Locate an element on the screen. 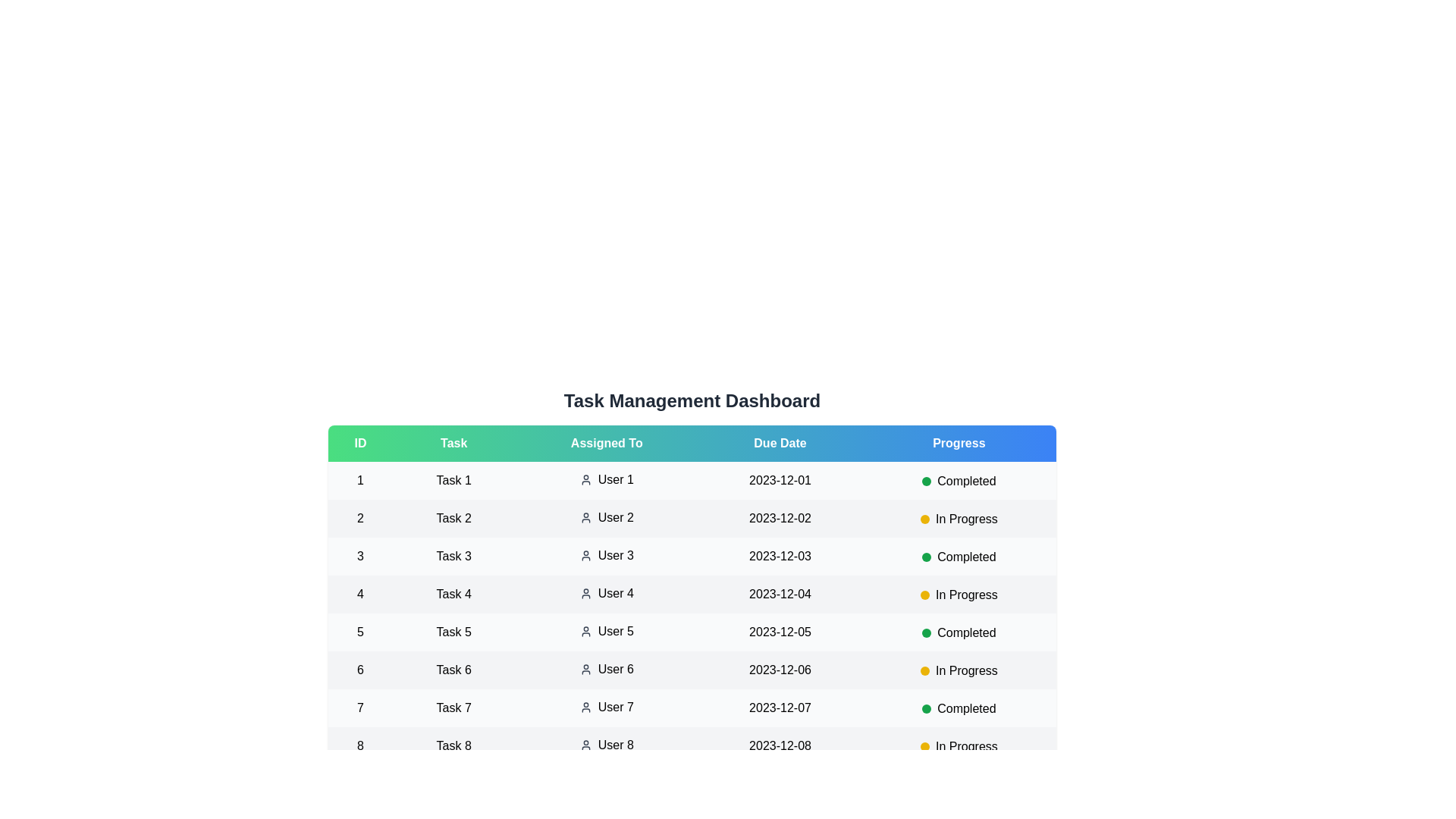 This screenshot has width=1456, height=819. the header row to highlight it for inspection is located at coordinates (691, 444).